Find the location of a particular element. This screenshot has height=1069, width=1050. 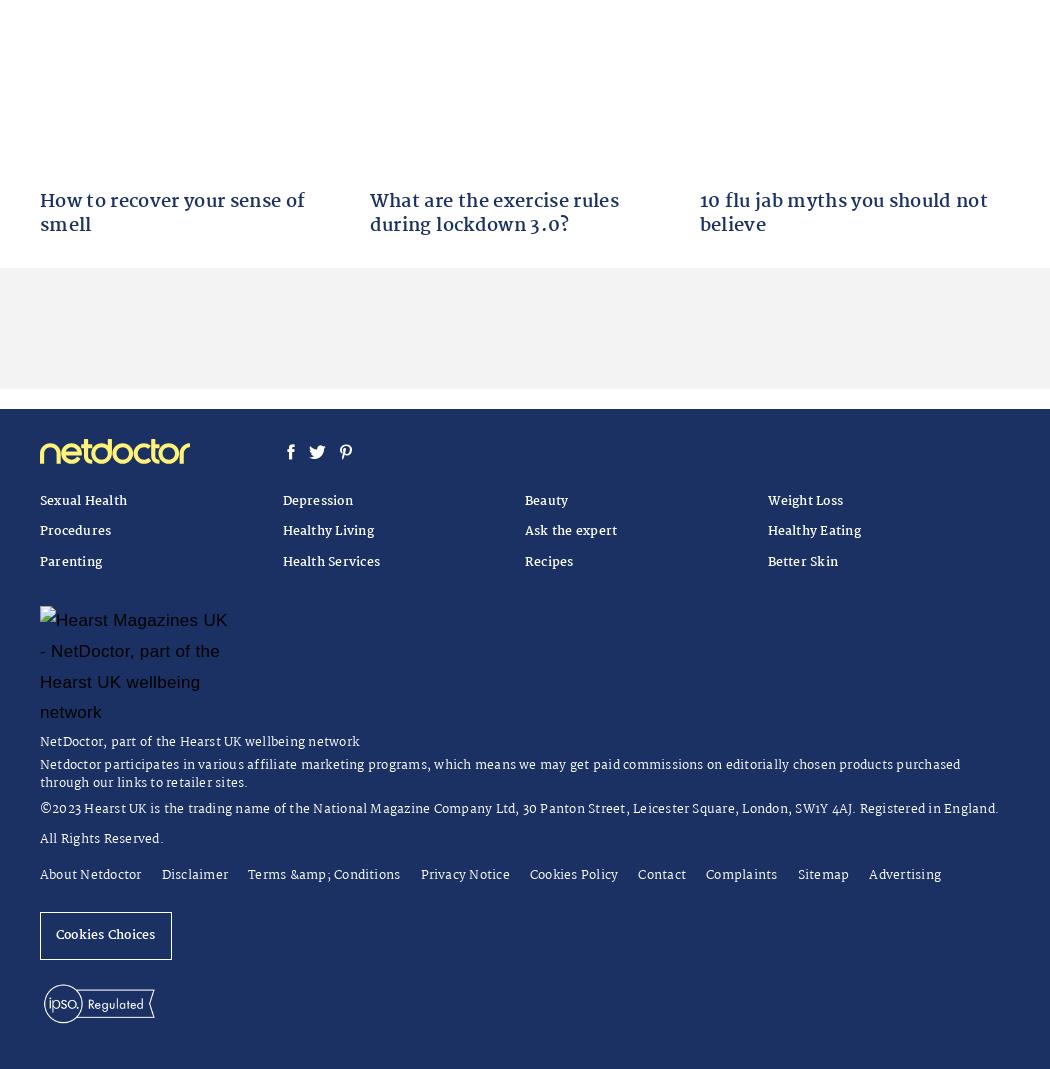

'Terms &amp; Conditions' is located at coordinates (324, 873).